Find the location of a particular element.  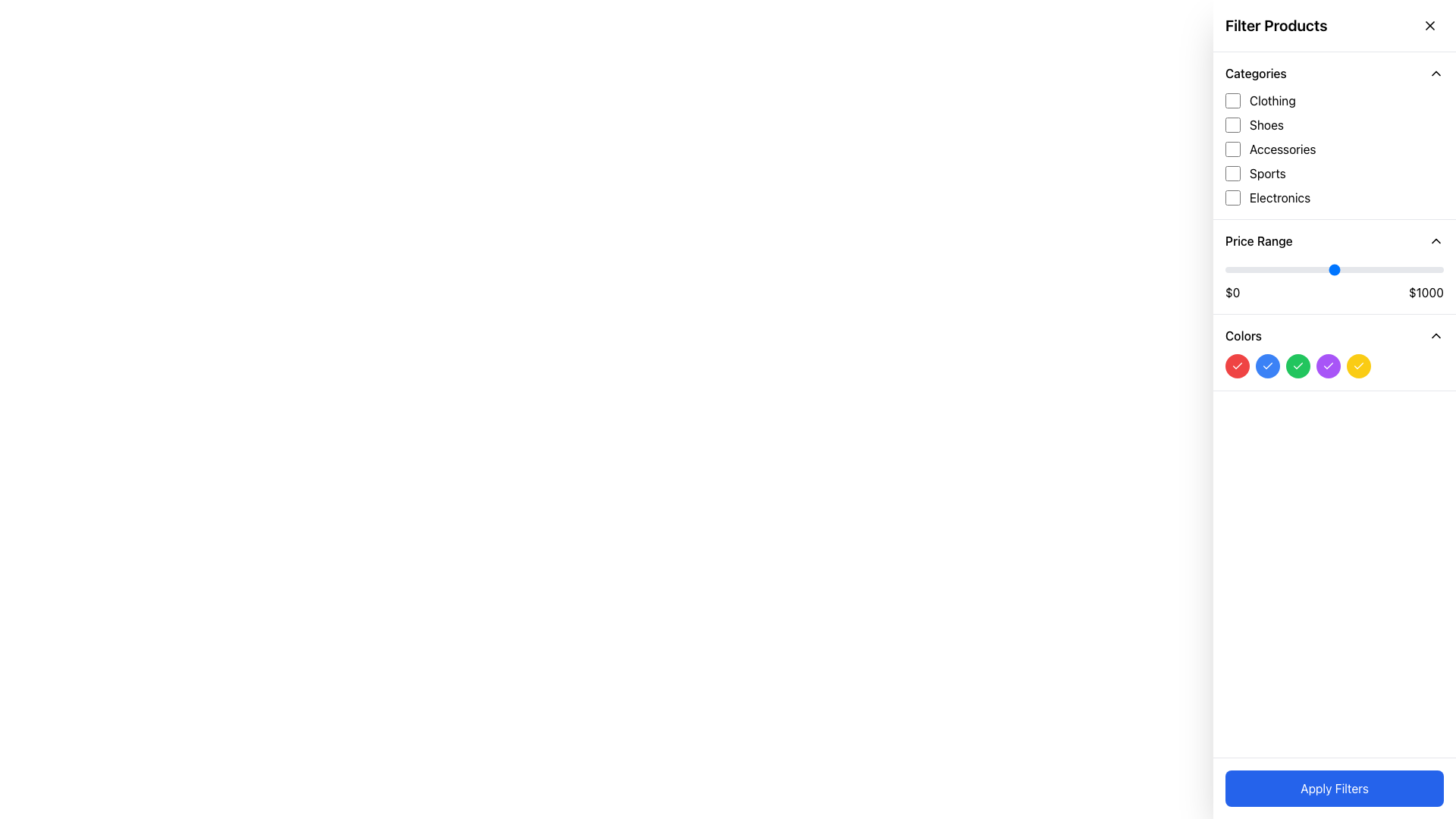

the upward-pointing chevron icon button located to the right of the 'Colors' label in the filter panel is located at coordinates (1436, 335).